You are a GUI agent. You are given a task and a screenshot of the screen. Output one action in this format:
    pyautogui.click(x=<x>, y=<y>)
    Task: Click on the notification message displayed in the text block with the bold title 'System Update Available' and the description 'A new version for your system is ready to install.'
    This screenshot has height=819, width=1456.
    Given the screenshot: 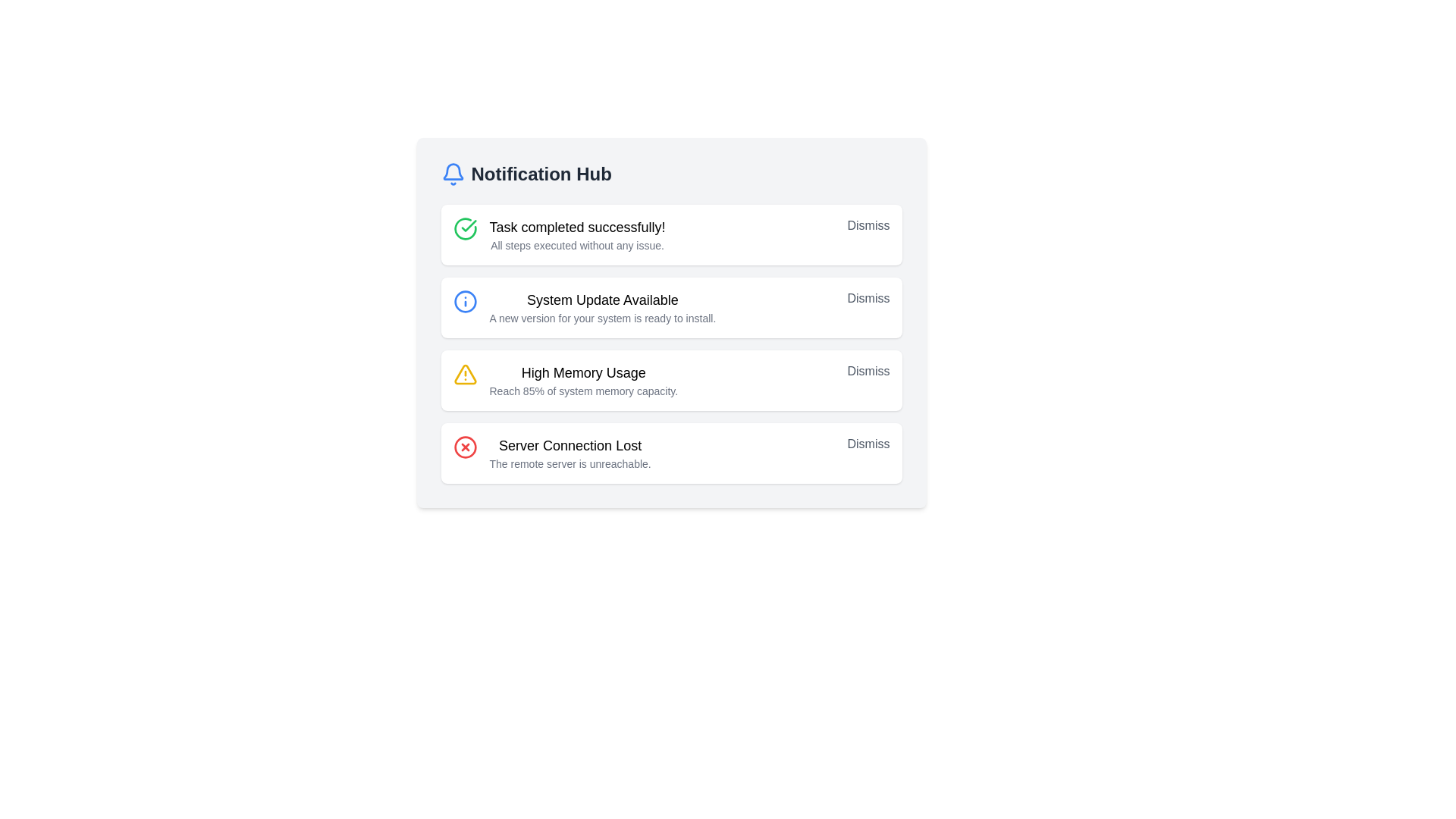 What is the action you would take?
    pyautogui.click(x=601, y=307)
    